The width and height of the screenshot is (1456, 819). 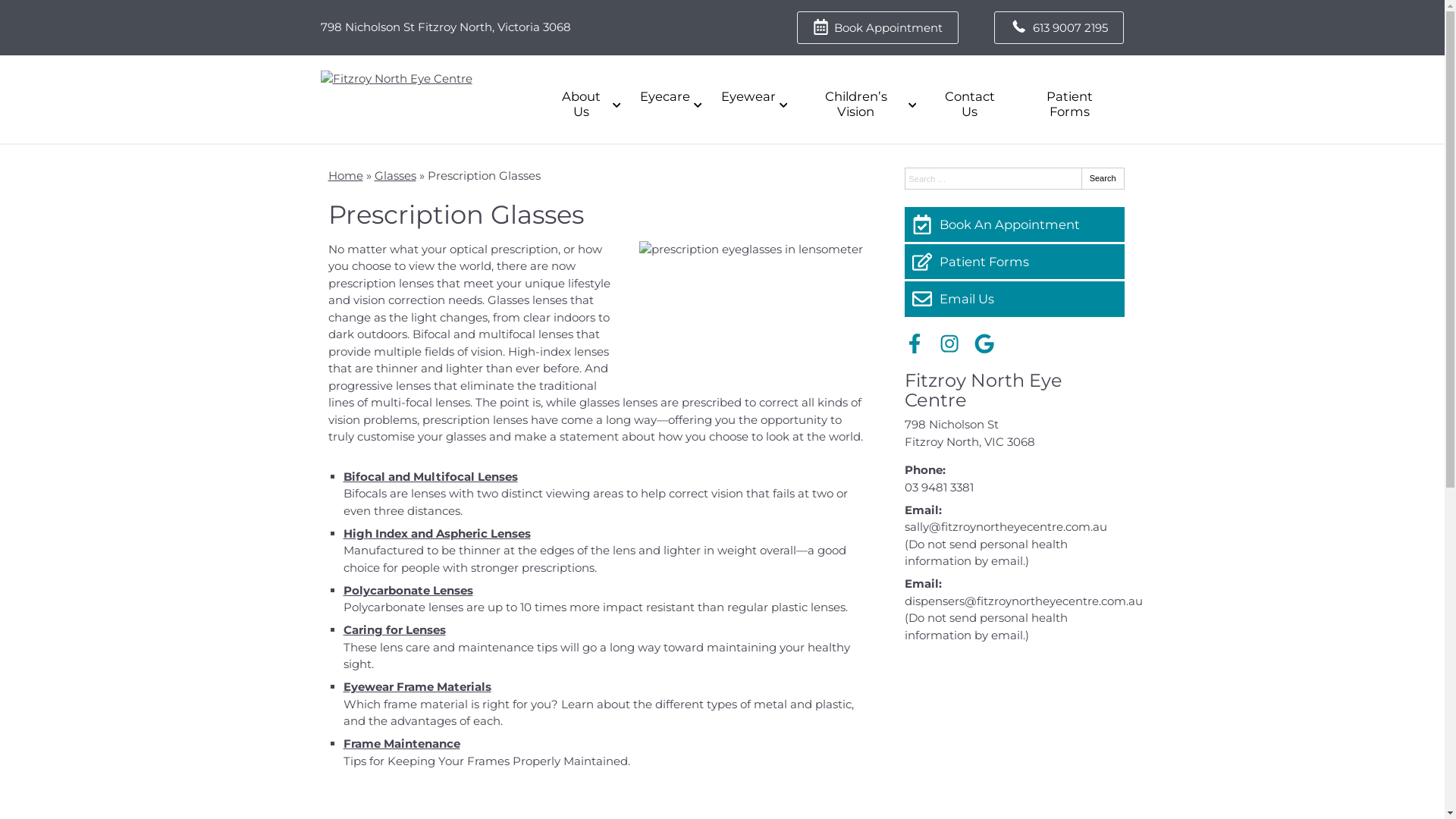 I want to click on 'Search', so click(x=1080, y=177).